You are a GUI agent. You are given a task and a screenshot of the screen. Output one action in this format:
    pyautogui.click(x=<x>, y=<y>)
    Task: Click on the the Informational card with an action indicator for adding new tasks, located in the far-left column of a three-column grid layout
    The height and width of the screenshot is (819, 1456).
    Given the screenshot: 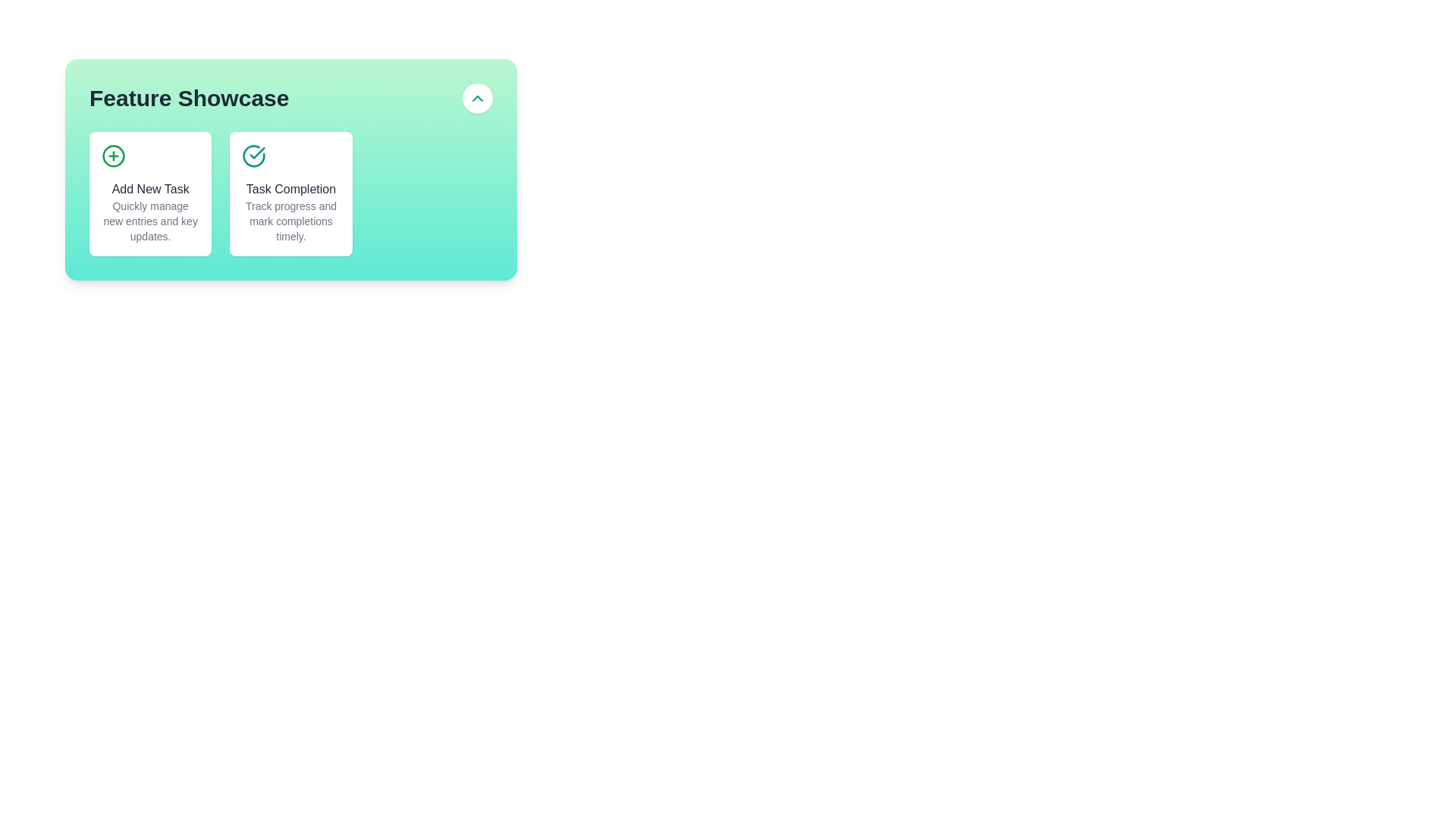 What is the action you would take?
    pyautogui.click(x=150, y=193)
    